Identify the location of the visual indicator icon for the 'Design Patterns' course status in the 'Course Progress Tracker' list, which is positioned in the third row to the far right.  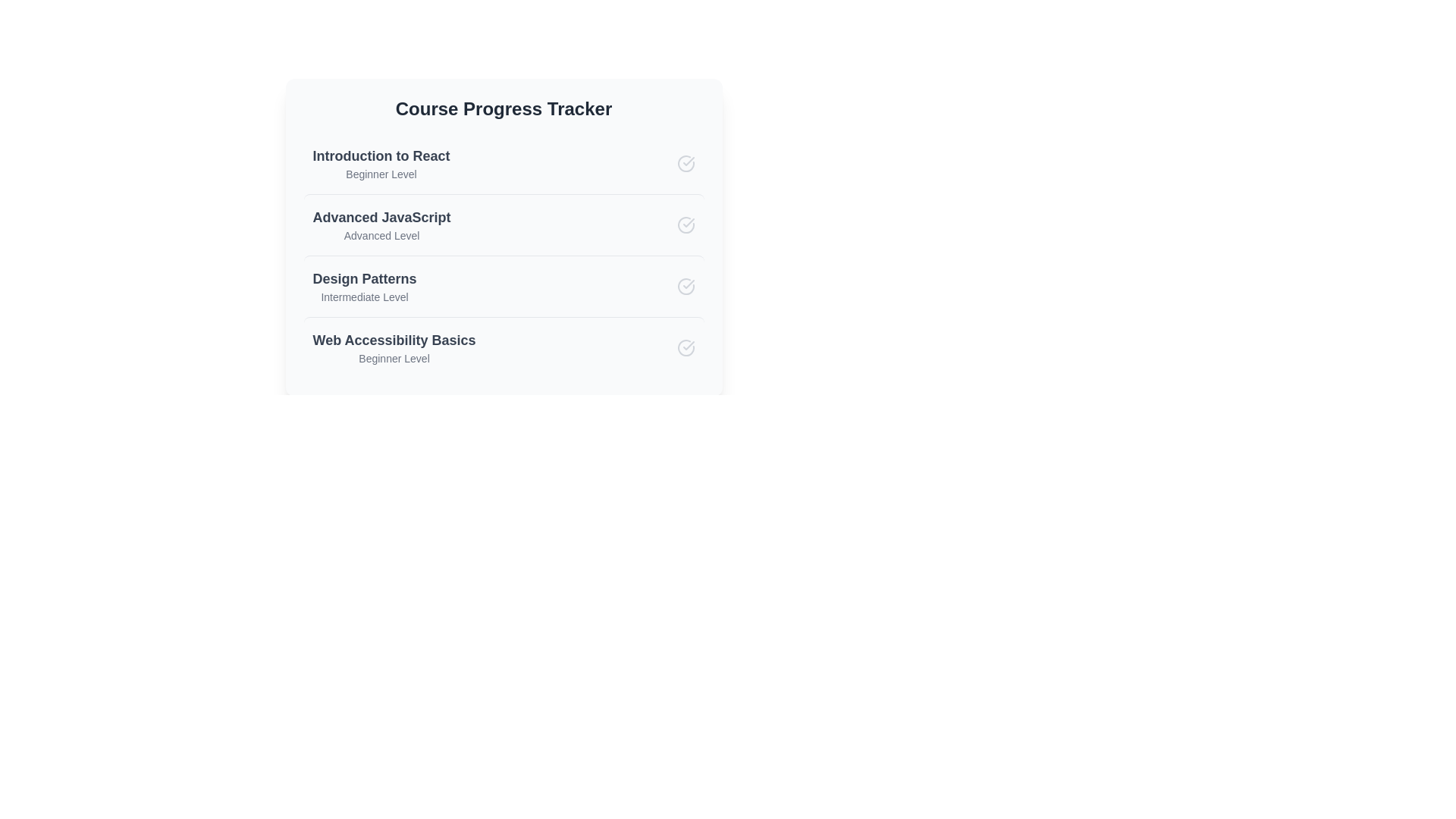
(685, 287).